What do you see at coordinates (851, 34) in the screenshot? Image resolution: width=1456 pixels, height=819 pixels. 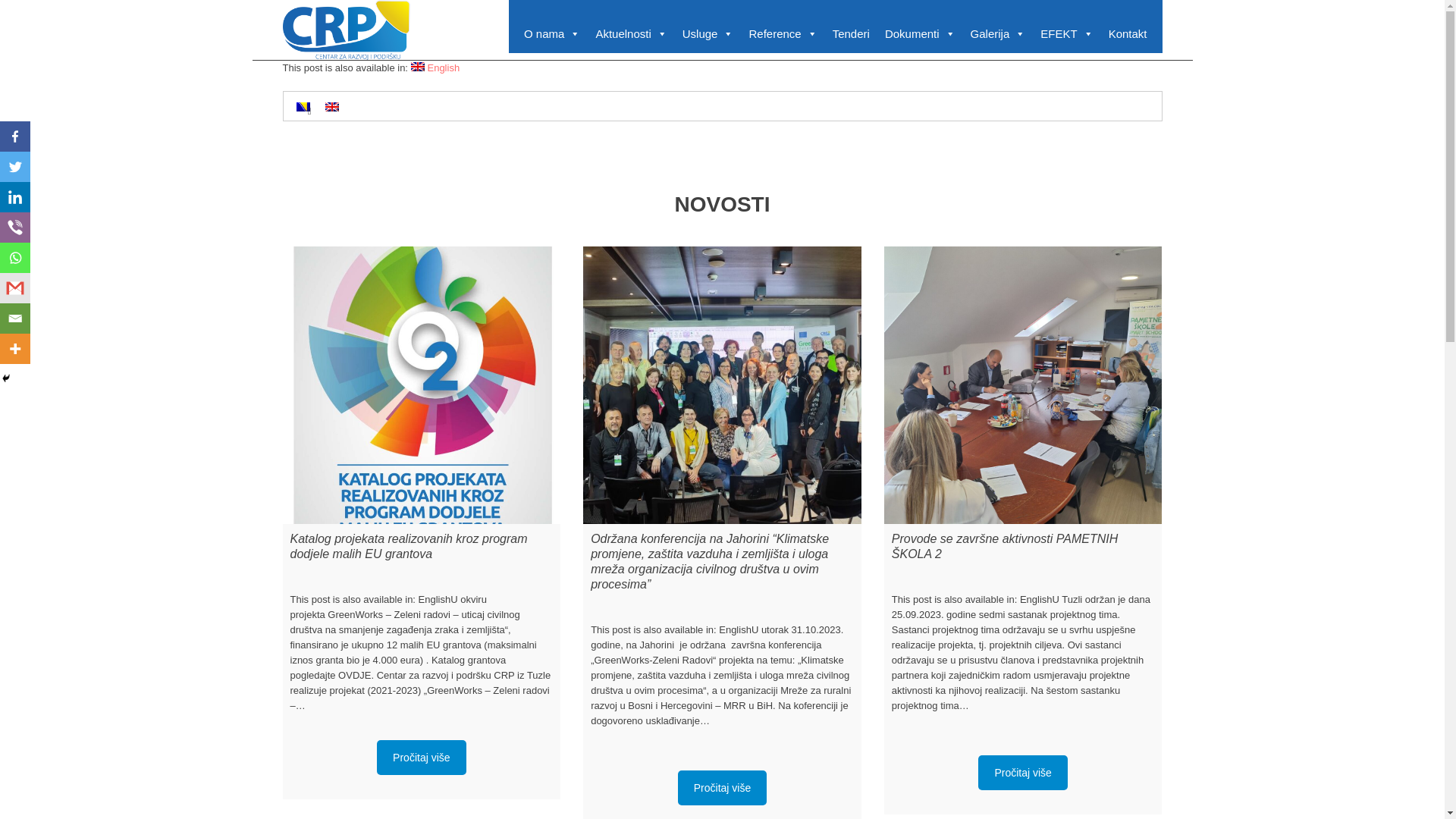 I see `'Tenderi'` at bounding box center [851, 34].